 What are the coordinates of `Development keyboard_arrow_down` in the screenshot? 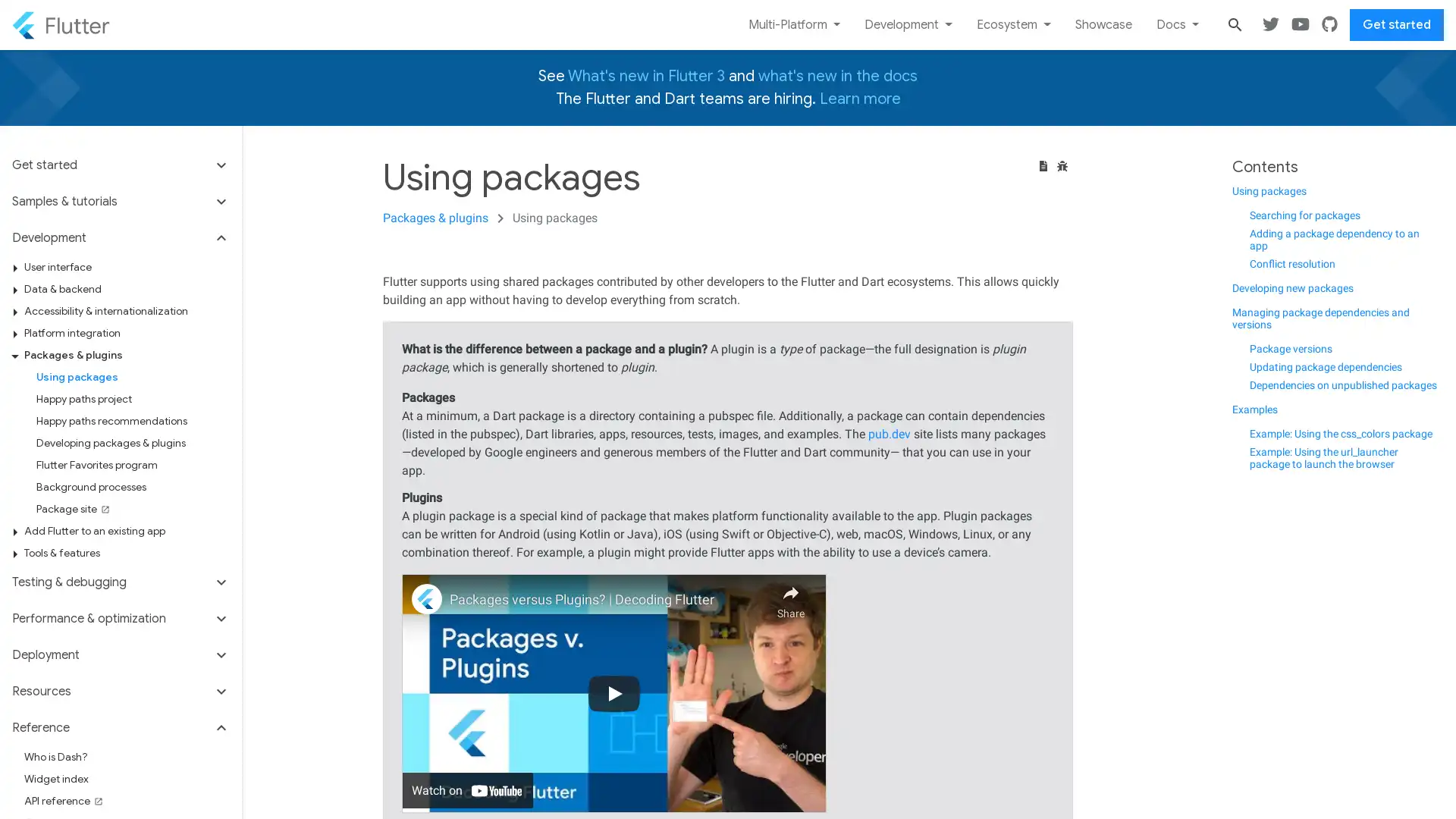 It's located at (120, 237).